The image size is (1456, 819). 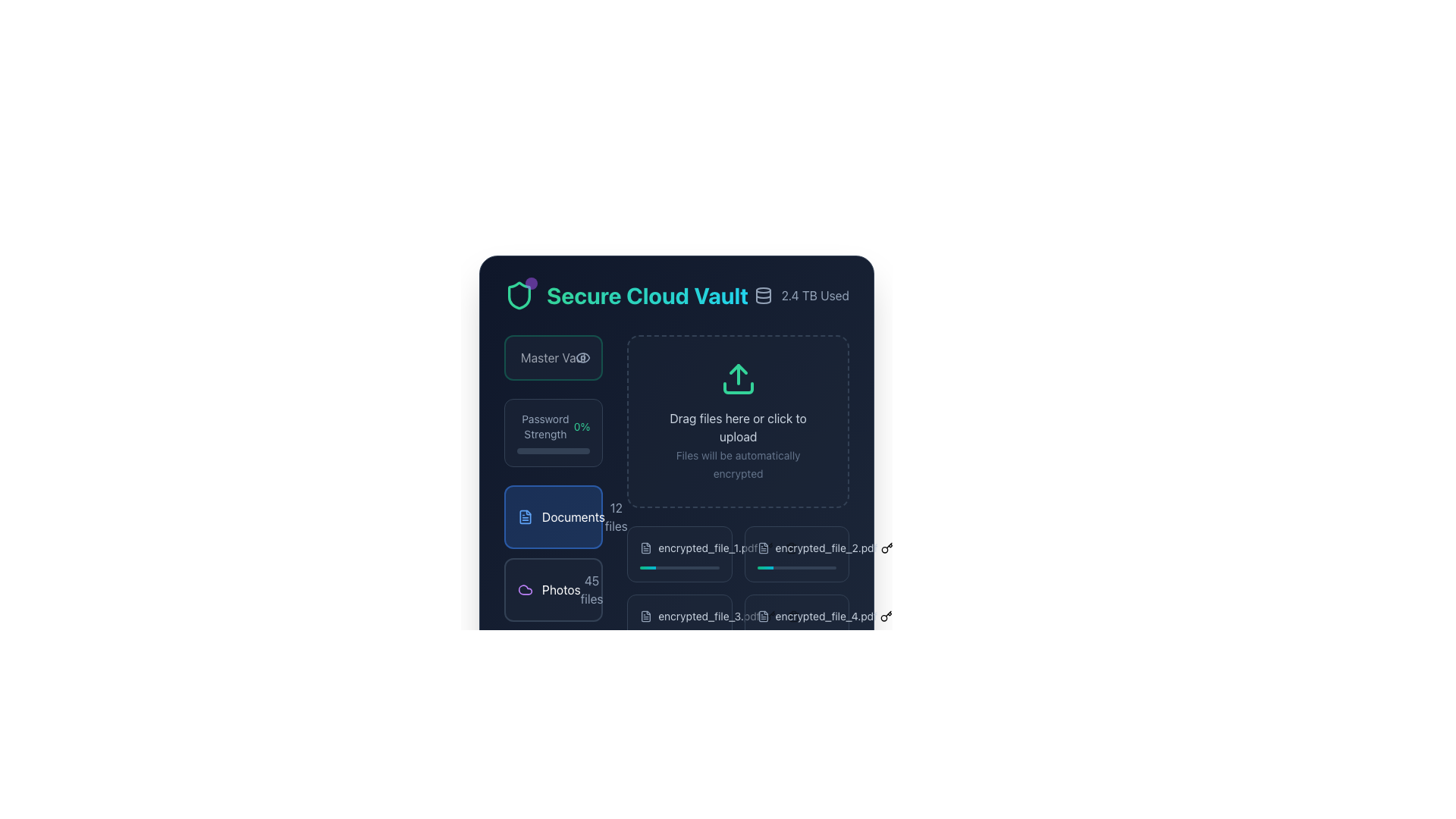 What do you see at coordinates (795, 567) in the screenshot?
I see `the progress bar indicating the status of the file 'encrypted_file_2.pdf' located at the bottom of the section` at bounding box center [795, 567].